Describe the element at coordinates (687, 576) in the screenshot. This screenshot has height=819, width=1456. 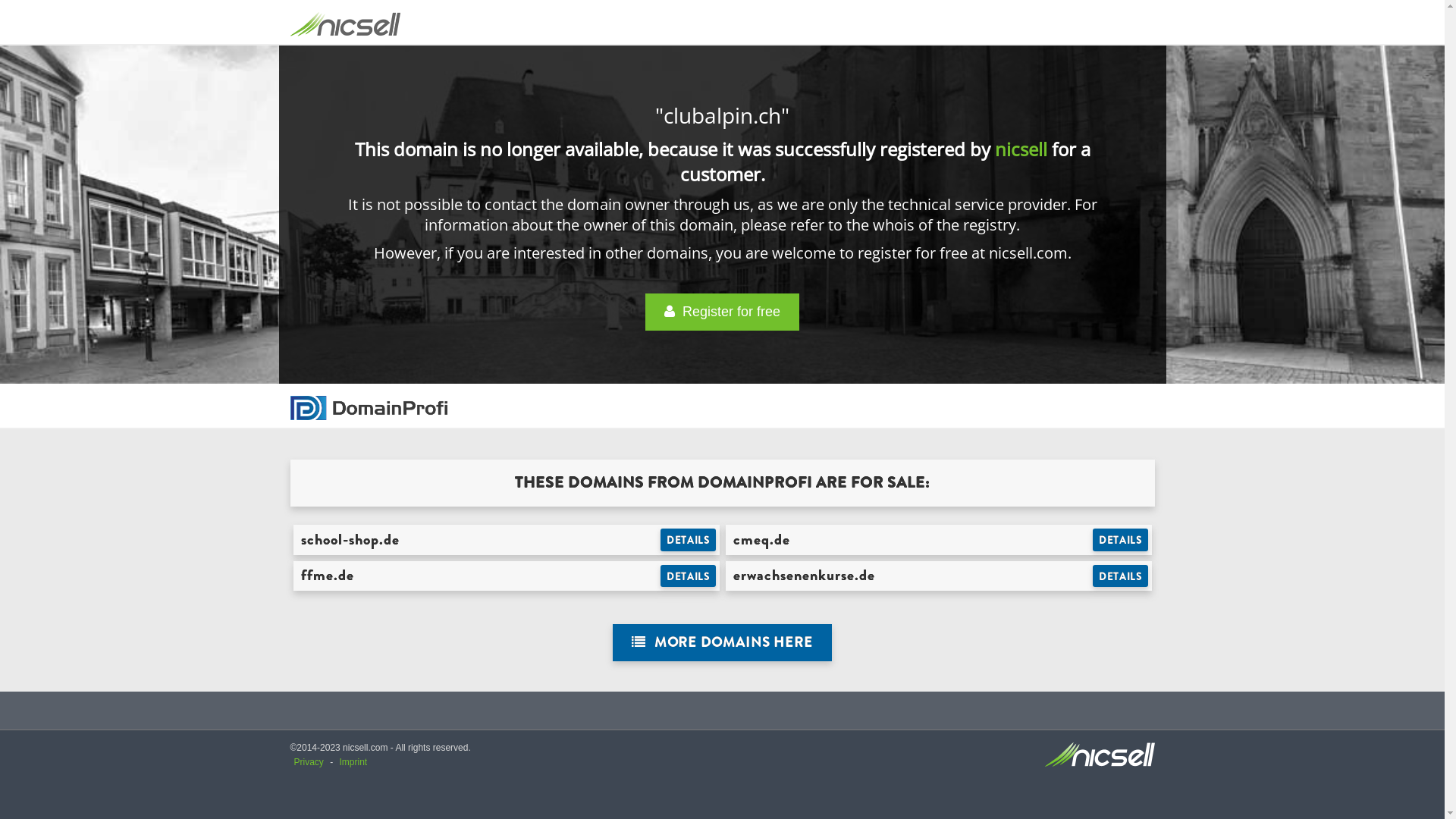
I see `'DETAILS'` at that location.